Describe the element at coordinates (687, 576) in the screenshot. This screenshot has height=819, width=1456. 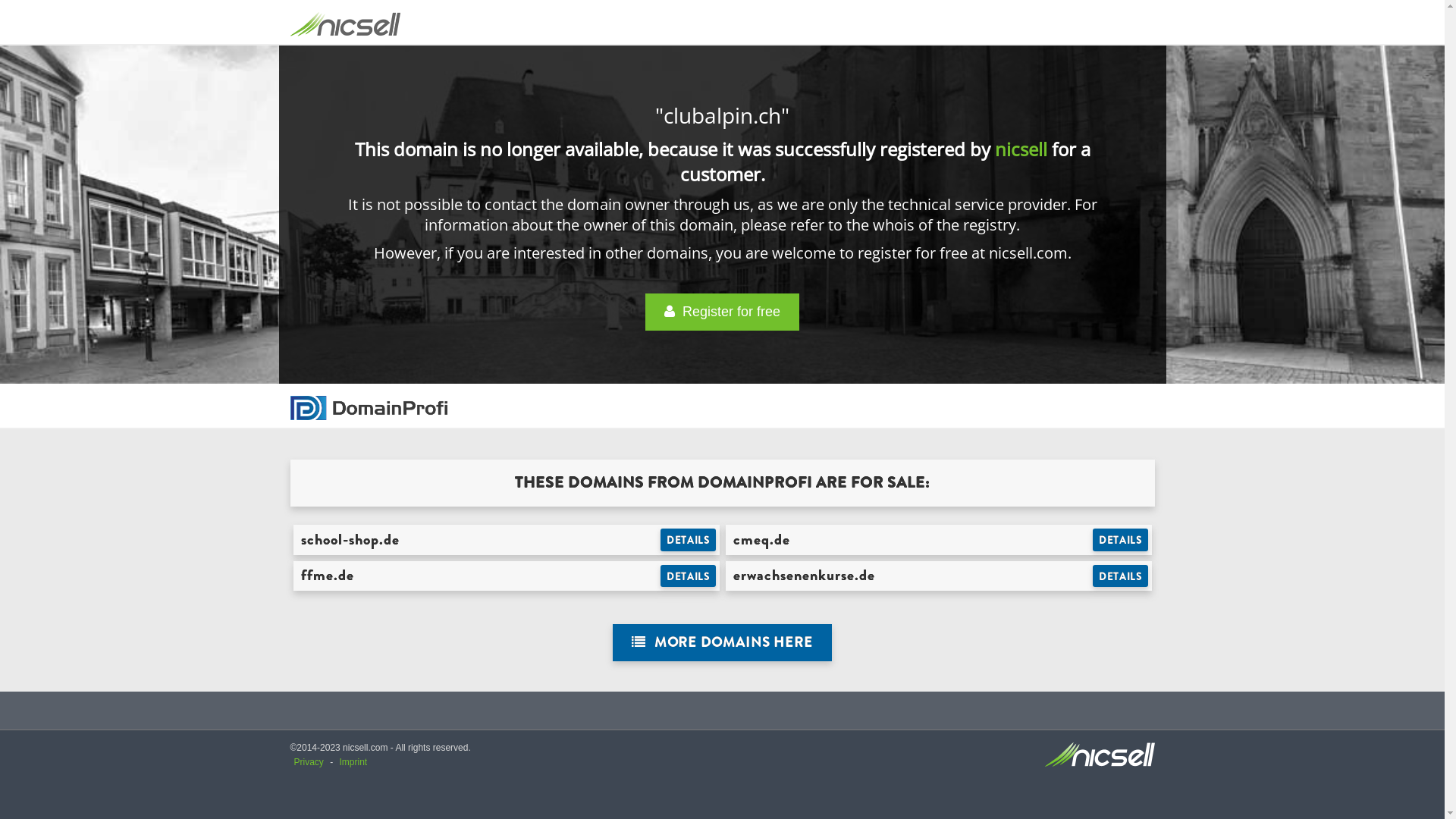
I see `'DETAILS'` at that location.